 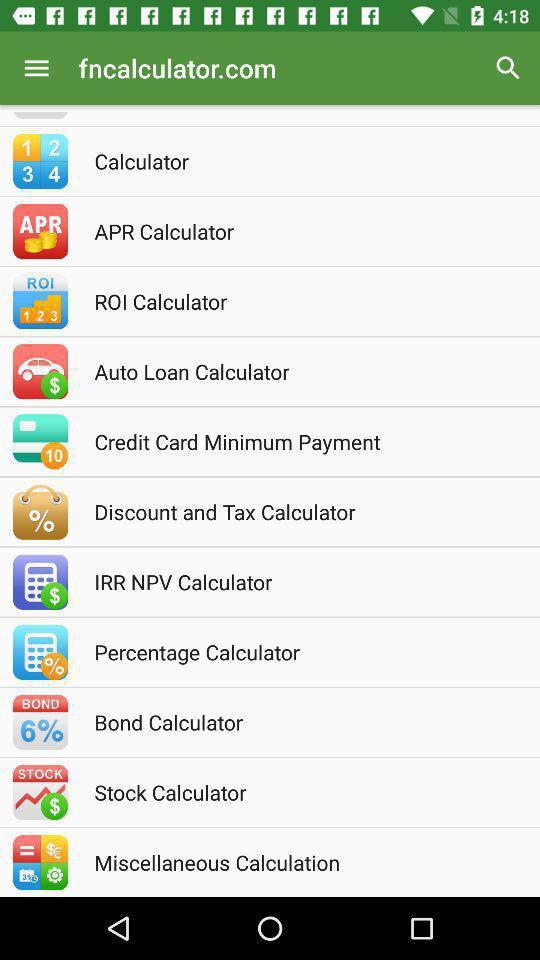 I want to click on the app to the left of fncalculator.com app, so click(x=36, y=68).